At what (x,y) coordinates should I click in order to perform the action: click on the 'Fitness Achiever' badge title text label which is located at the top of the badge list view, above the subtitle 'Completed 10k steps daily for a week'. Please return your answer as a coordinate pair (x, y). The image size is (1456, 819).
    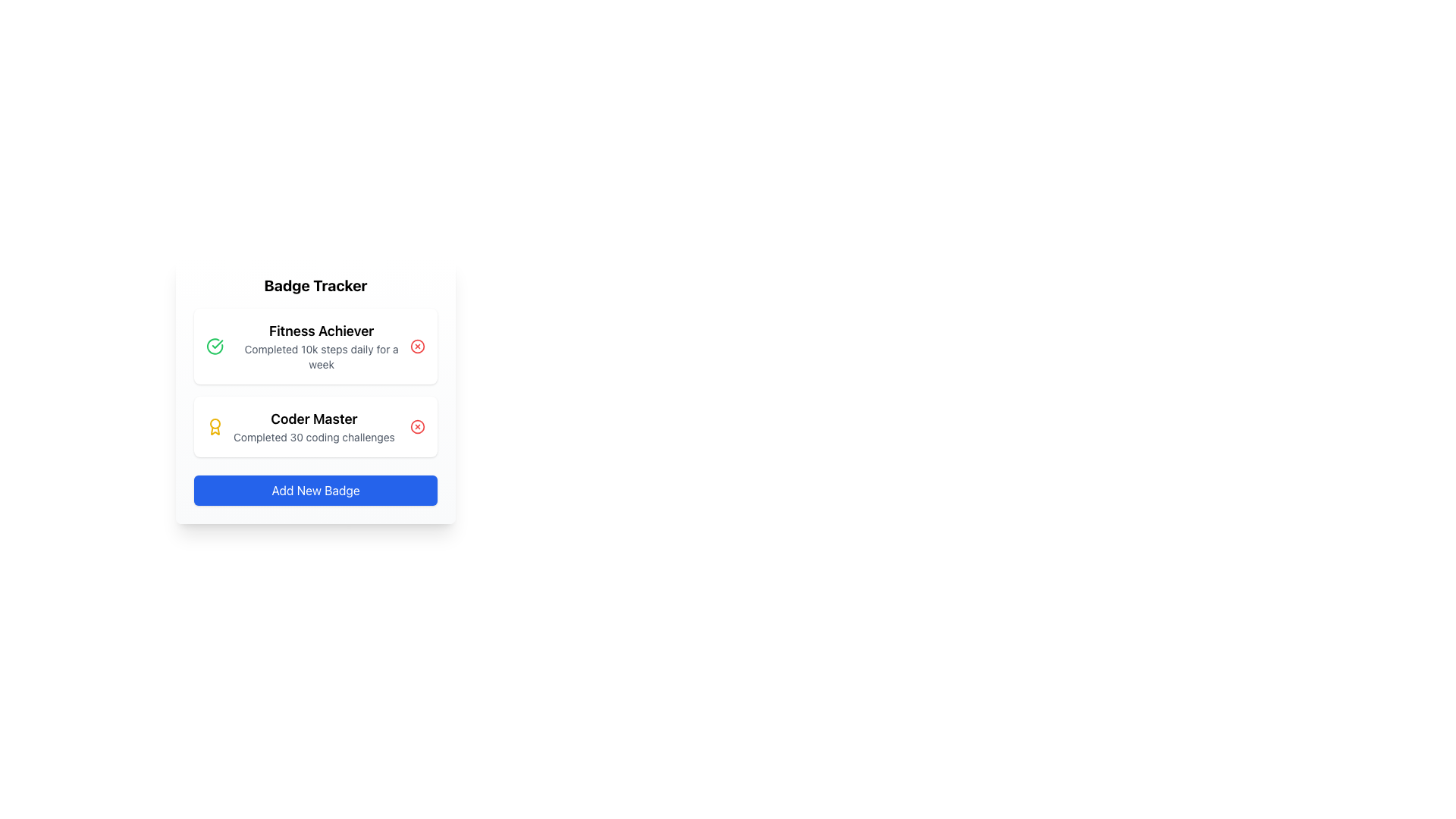
    Looking at the image, I should click on (321, 330).